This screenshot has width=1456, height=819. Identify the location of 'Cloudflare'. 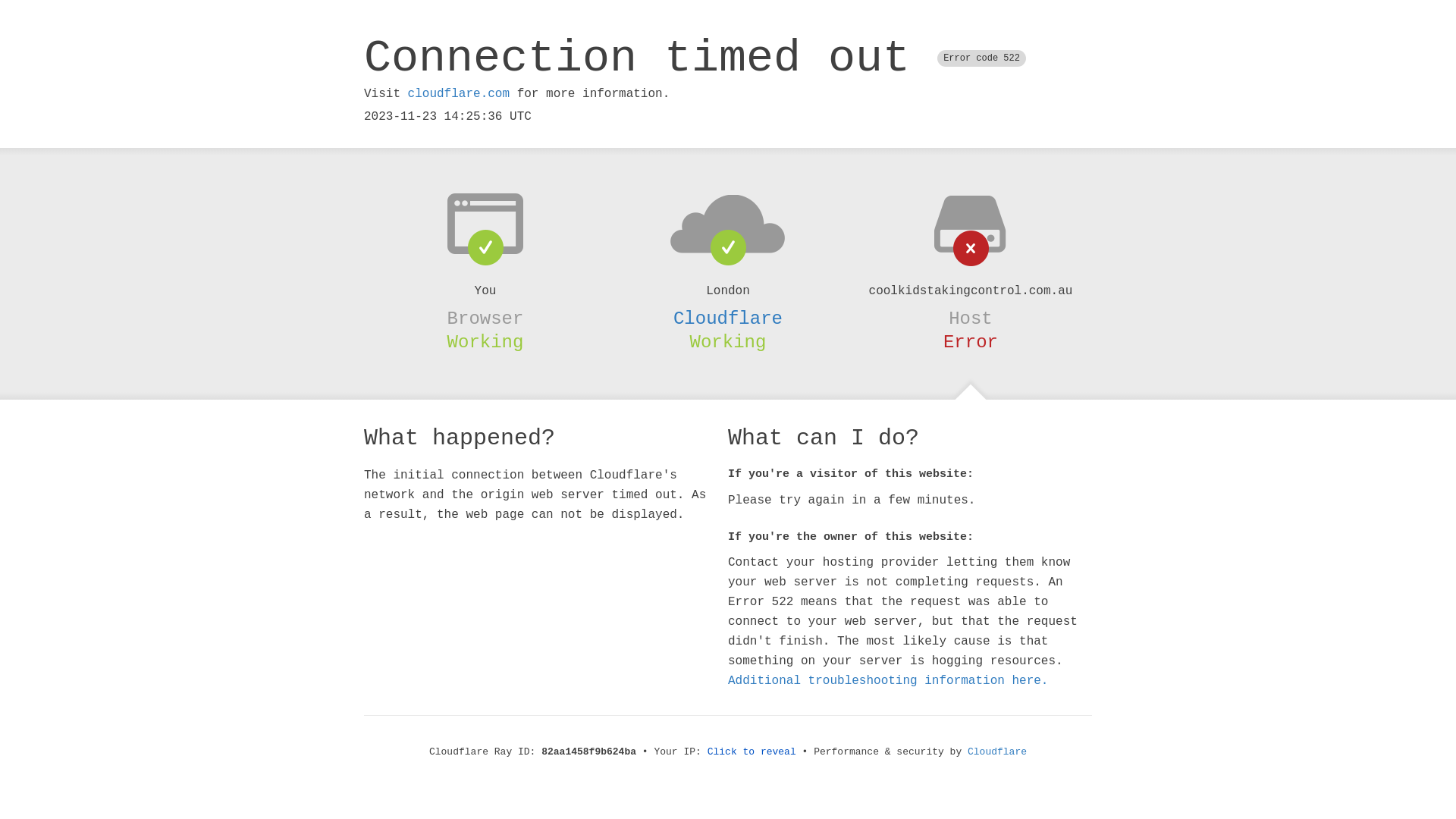
(673, 318).